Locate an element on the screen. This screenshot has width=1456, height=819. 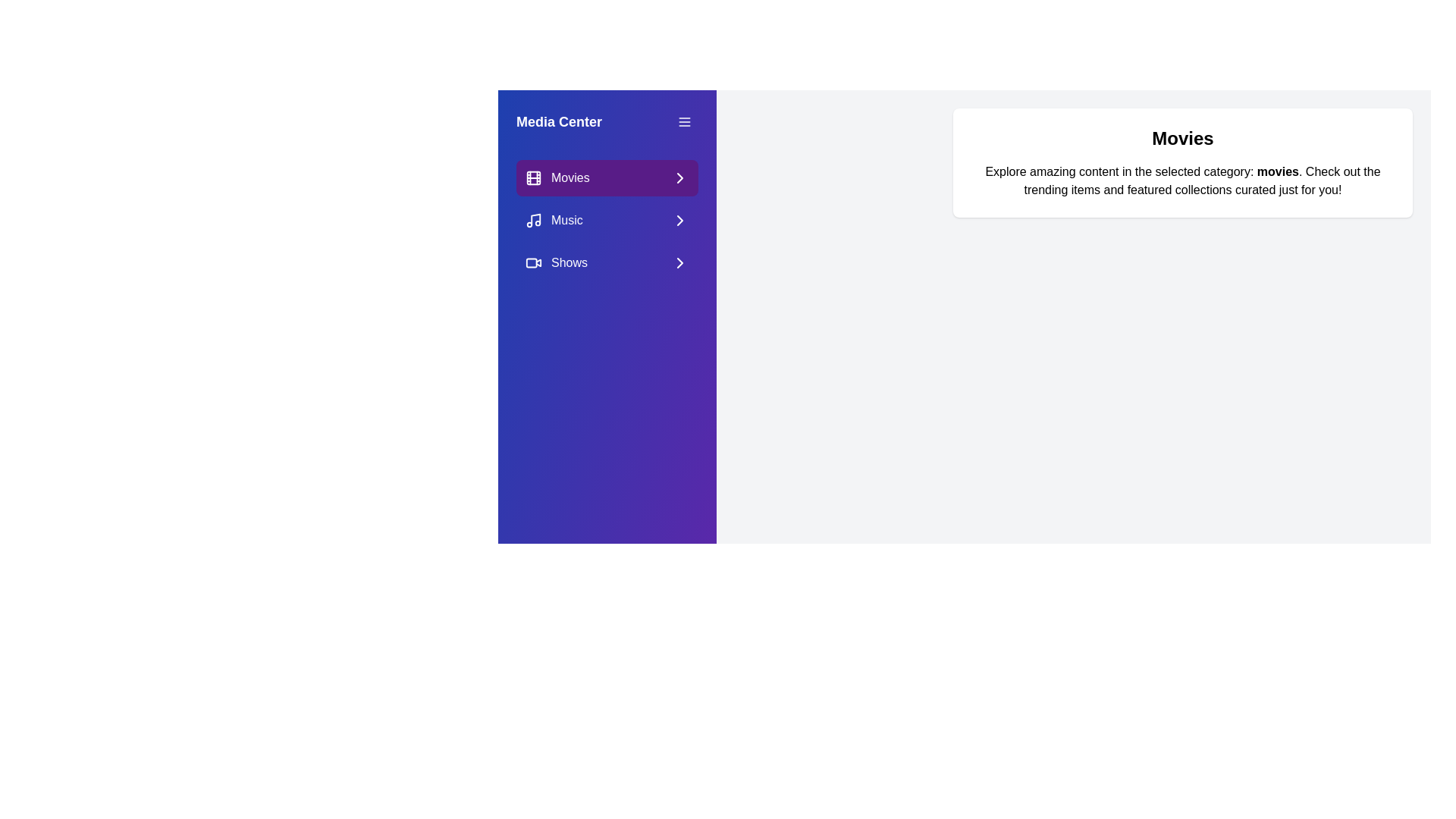
the vertical three-line (hamburger-style) menu icon located in the upper-right corner of the purple navigation bar labeled 'Media Center' is located at coordinates (683, 121).